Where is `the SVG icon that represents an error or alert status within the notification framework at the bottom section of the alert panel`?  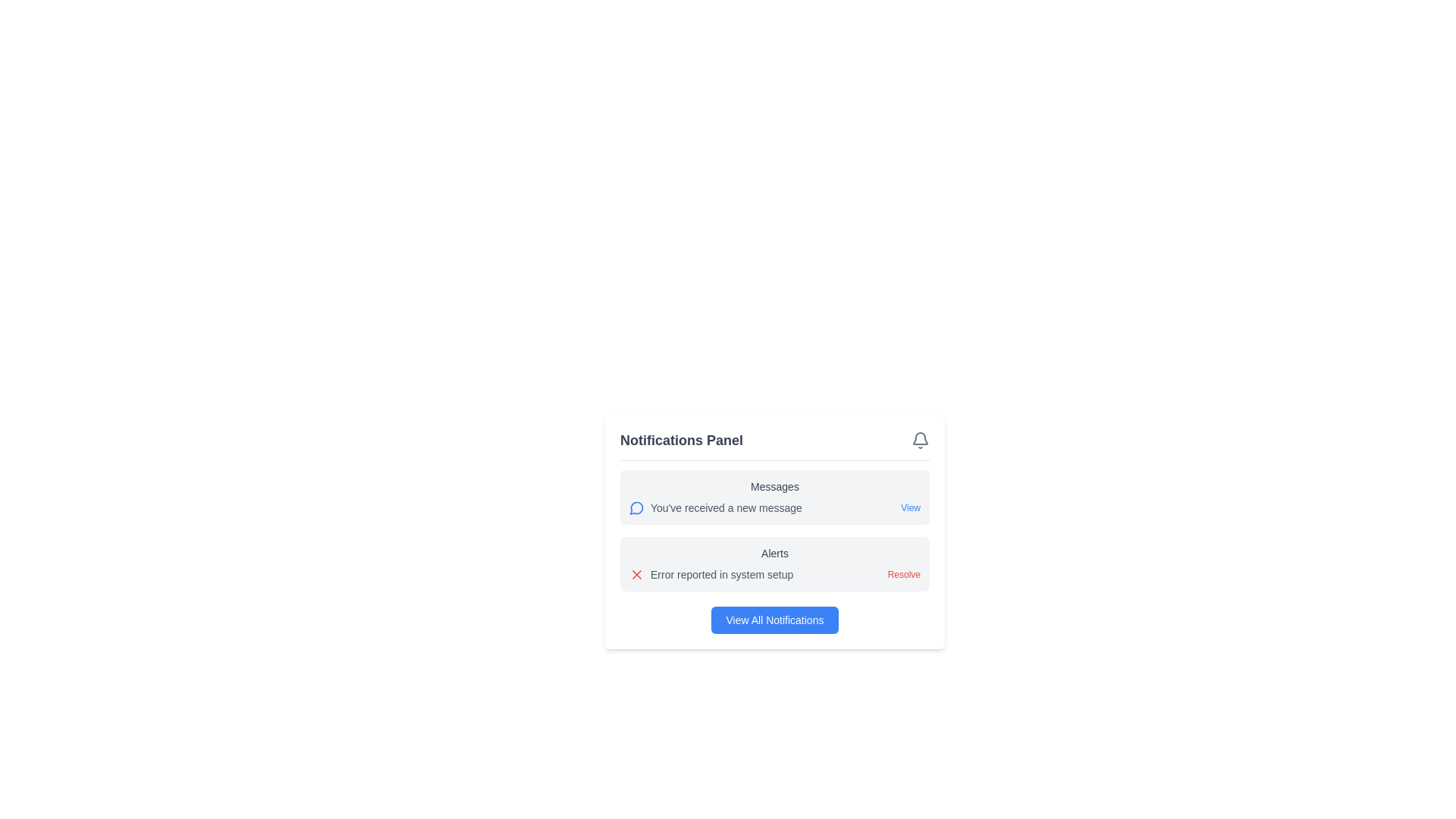 the SVG icon that represents an error or alert status within the notification framework at the bottom section of the alert panel is located at coordinates (637, 575).